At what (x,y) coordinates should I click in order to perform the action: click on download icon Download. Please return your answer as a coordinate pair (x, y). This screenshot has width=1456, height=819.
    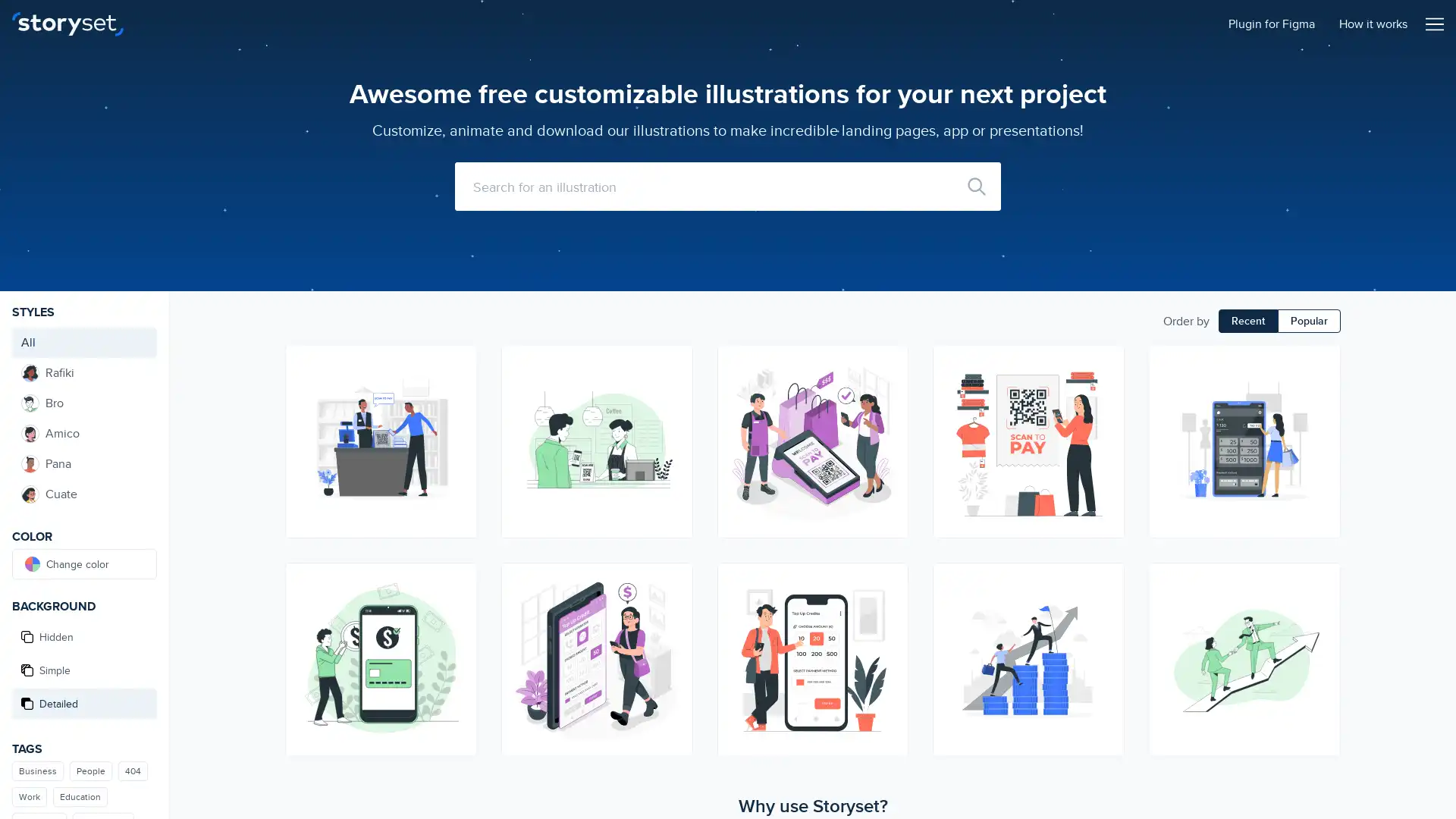
    Looking at the image, I should click on (1106, 391).